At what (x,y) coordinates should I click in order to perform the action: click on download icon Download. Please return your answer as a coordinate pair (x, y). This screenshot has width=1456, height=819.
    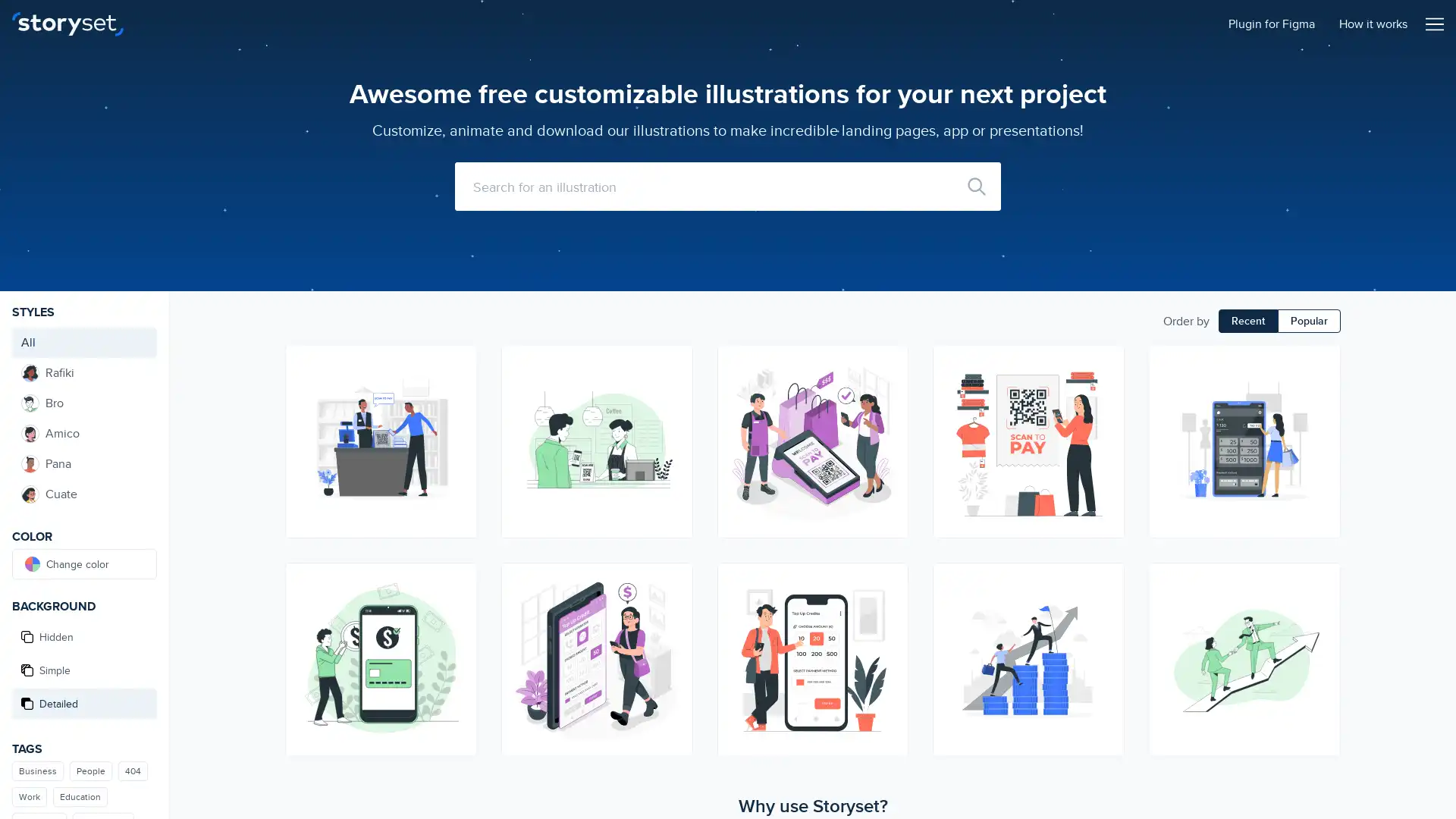
    Looking at the image, I should click on (1106, 391).